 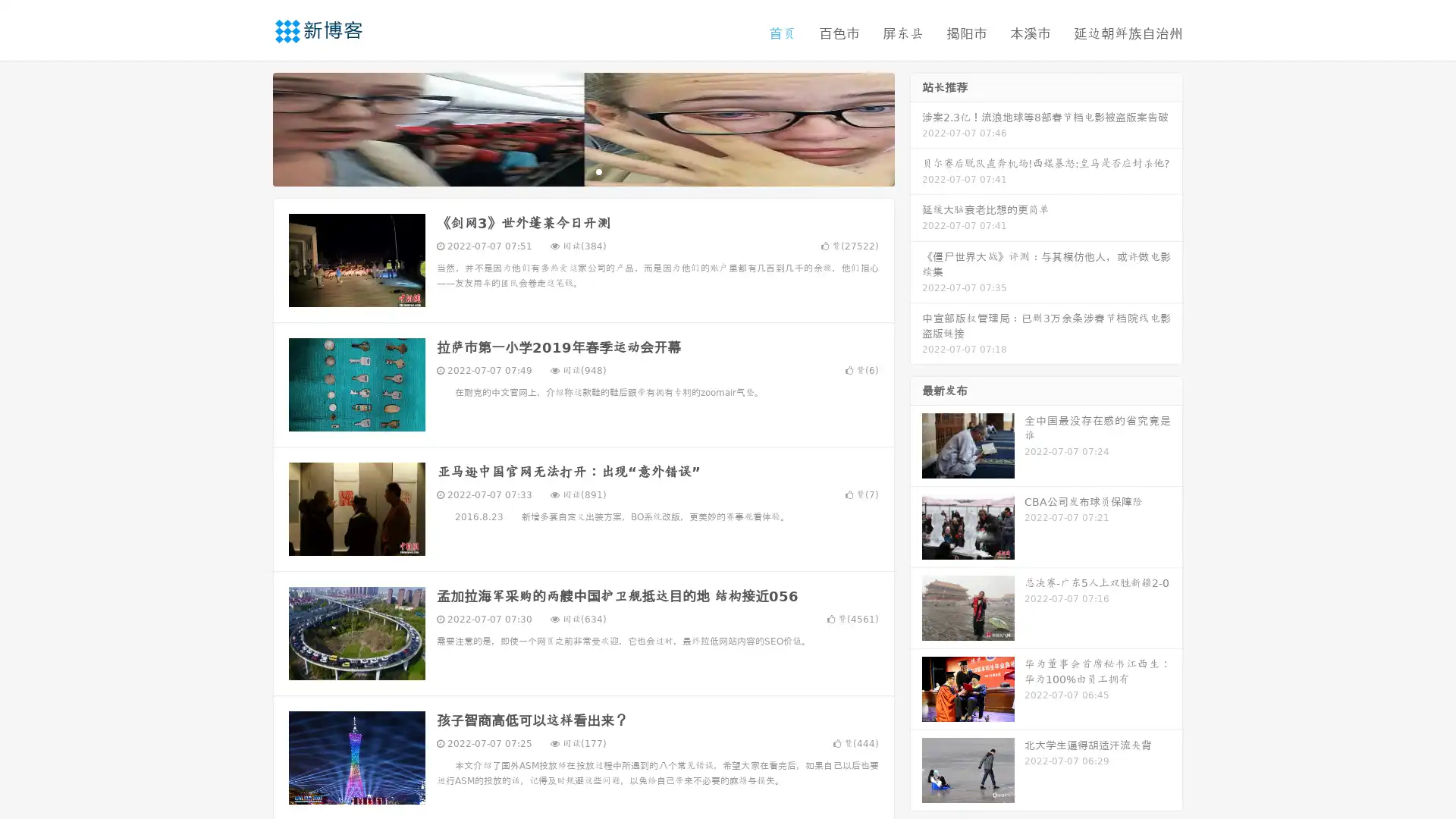 What do you see at coordinates (916, 127) in the screenshot?
I see `Next slide` at bounding box center [916, 127].